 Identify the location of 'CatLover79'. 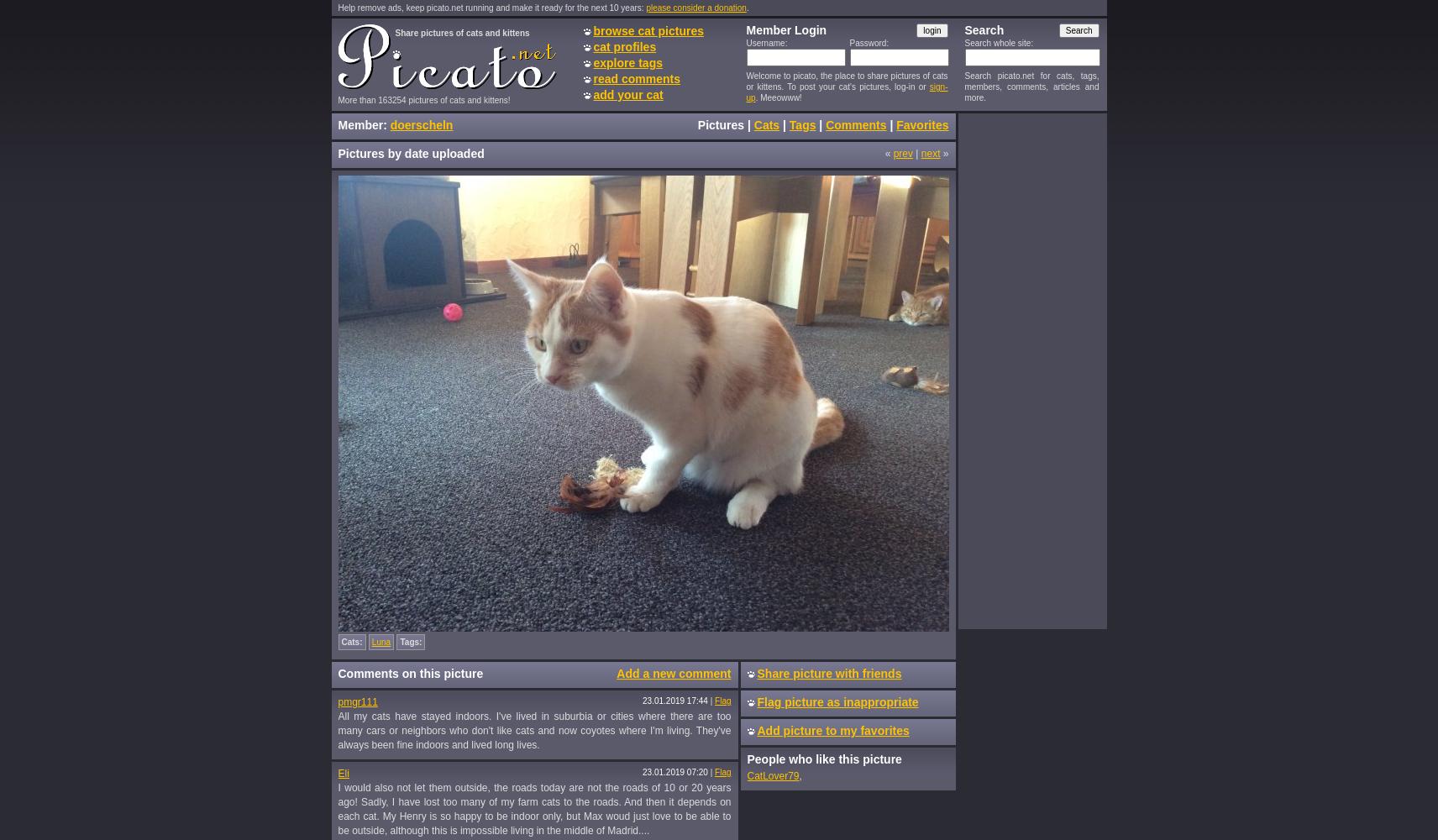
(772, 776).